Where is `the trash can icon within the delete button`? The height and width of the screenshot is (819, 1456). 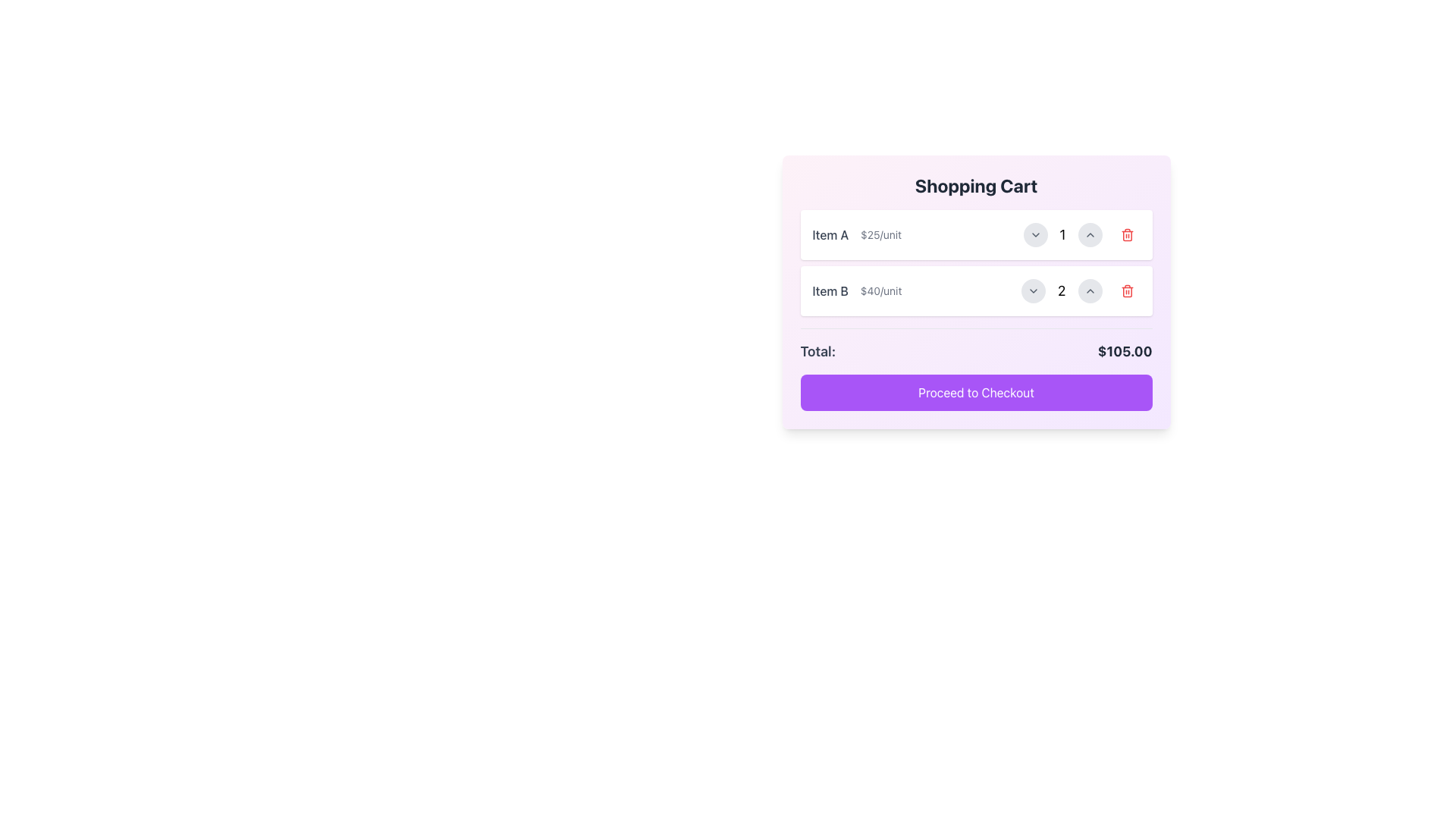 the trash can icon within the delete button is located at coordinates (1127, 236).